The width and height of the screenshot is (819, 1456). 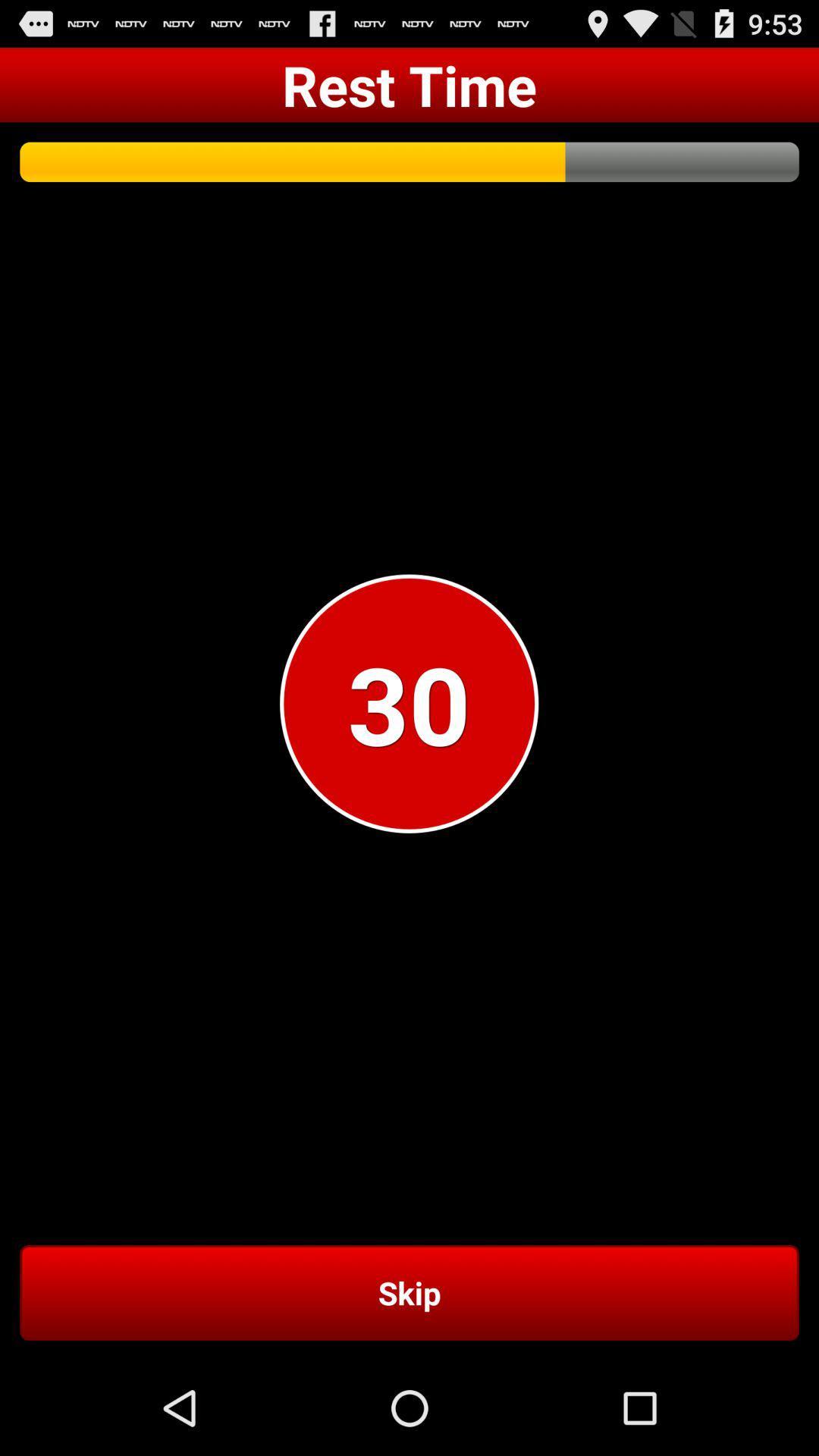 I want to click on item below 30, so click(x=409, y=1291).